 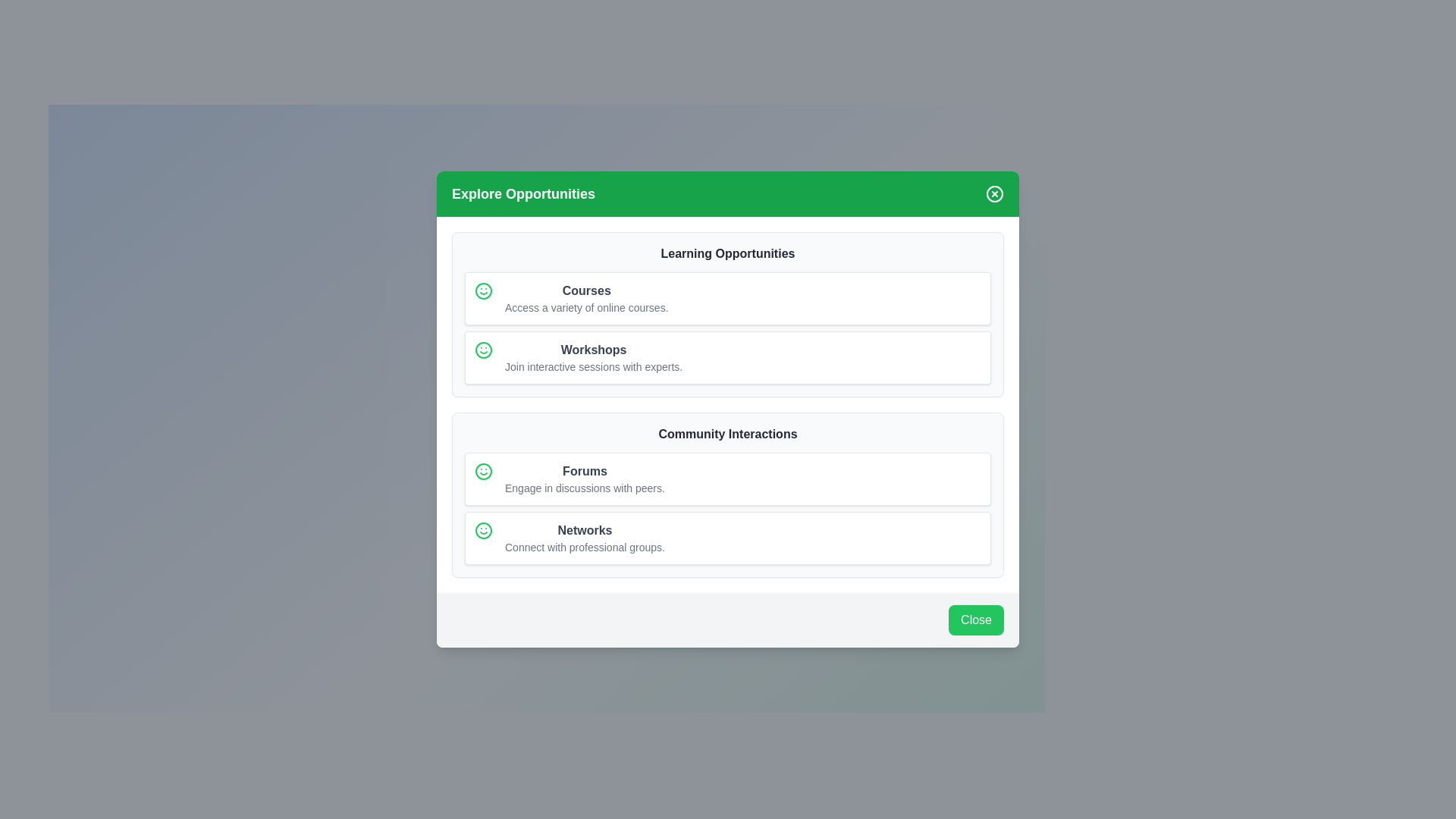 What do you see at coordinates (593, 357) in the screenshot?
I see `information in the 'Workshops' informational card located in the 'Learning Opportunities' section, positioned between the 'Courses' and 'Forums' cards` at bounding box center [593, 357].